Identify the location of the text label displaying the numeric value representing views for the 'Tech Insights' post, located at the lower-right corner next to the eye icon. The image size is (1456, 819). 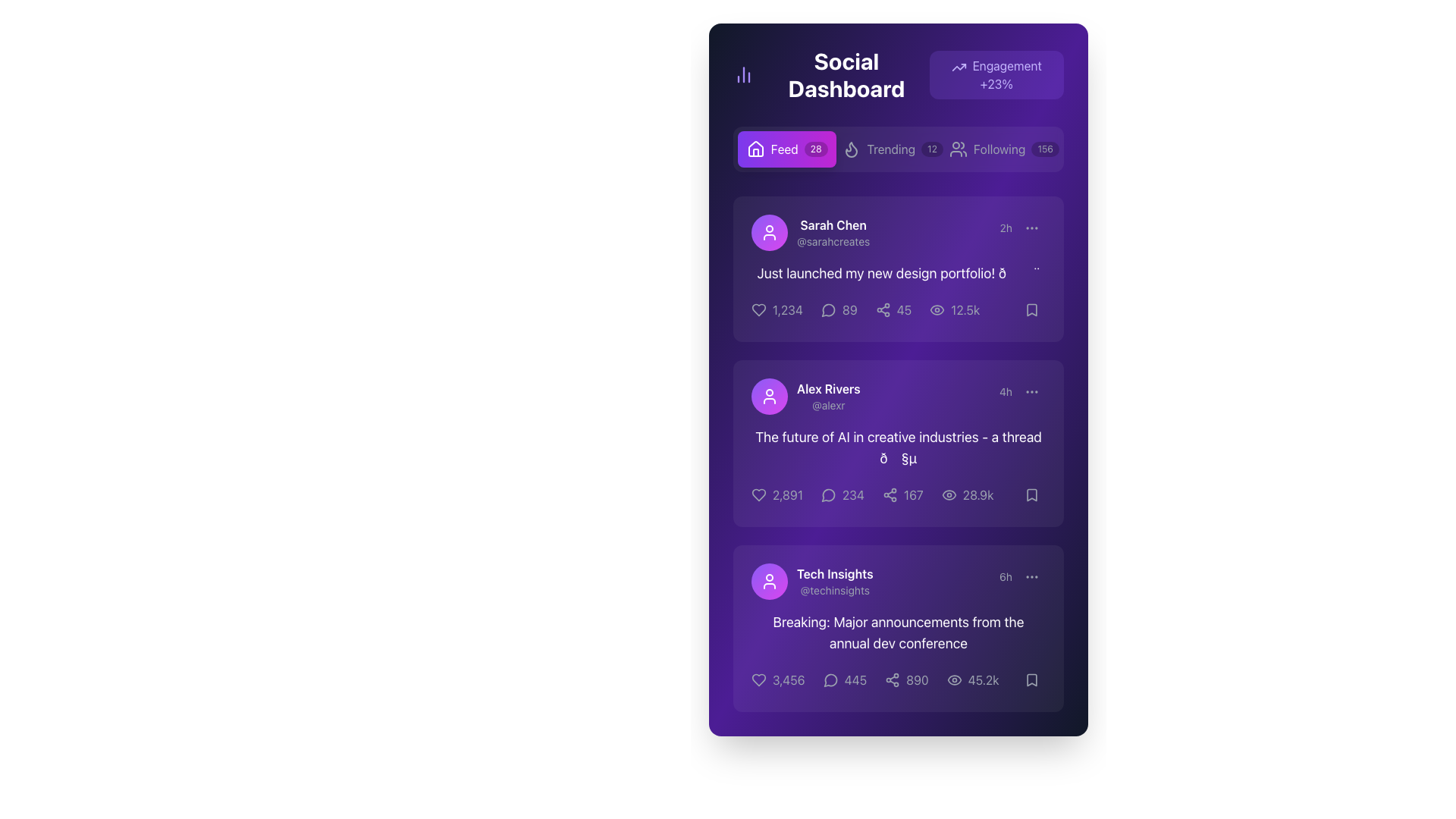
(984, 679).